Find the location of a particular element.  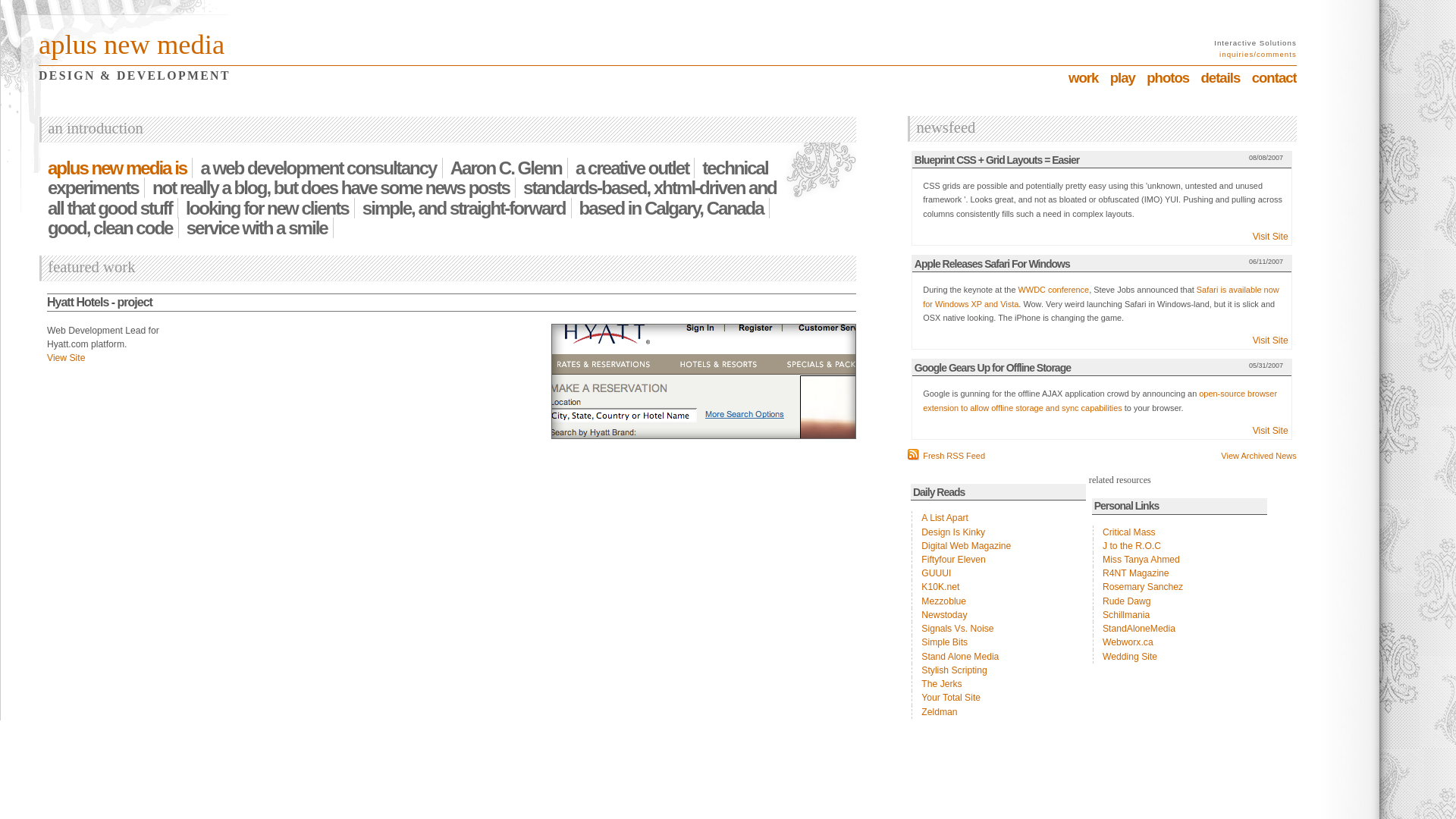

'View Archived News' is located at coordinates (1258, 454).